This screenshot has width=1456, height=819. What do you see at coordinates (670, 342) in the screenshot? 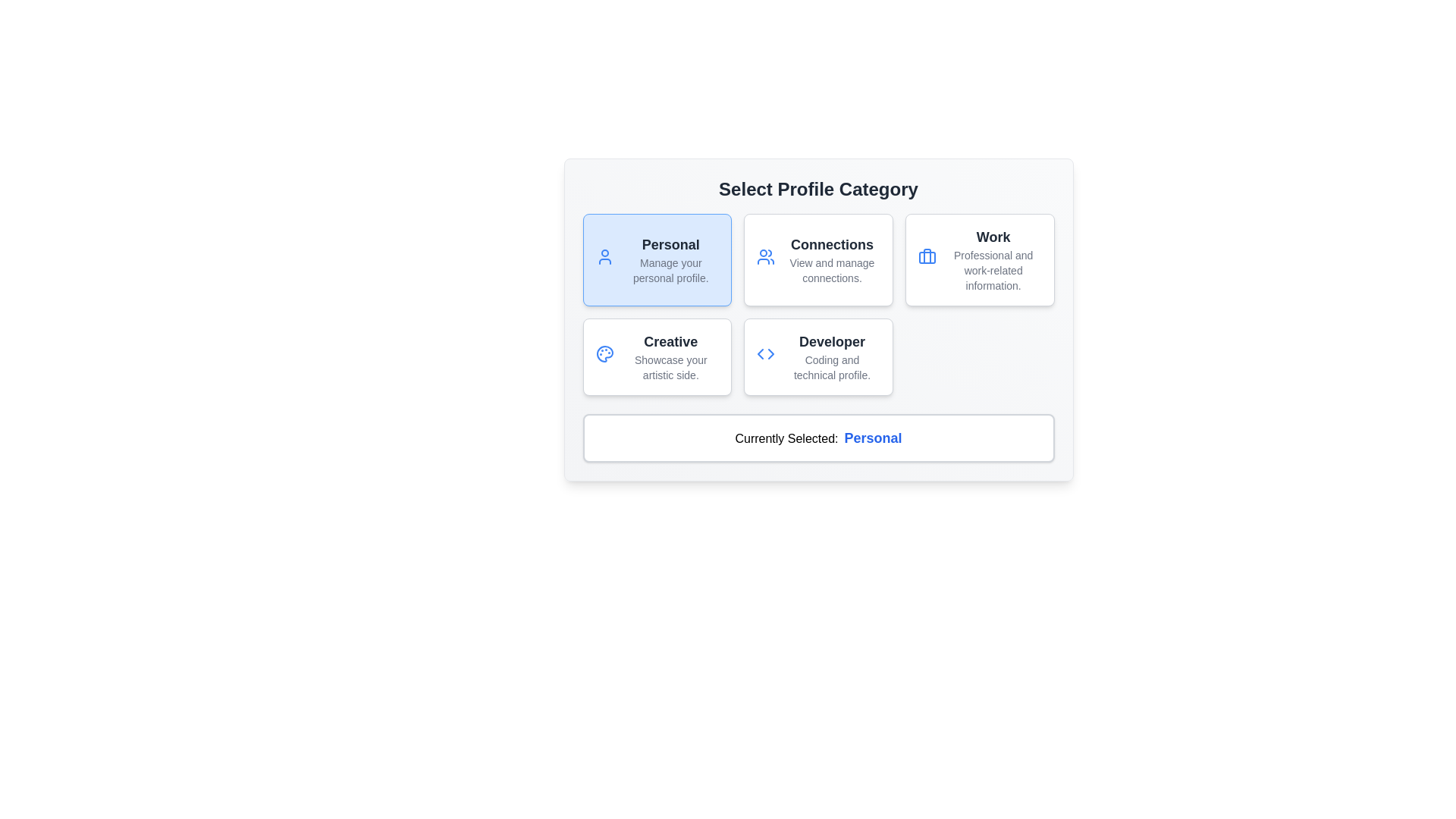
I see `the bold text label reading 'Creative' which is prominently positioned within a card in the second row, first column of a grid layout` at bounding box center [670, 342].